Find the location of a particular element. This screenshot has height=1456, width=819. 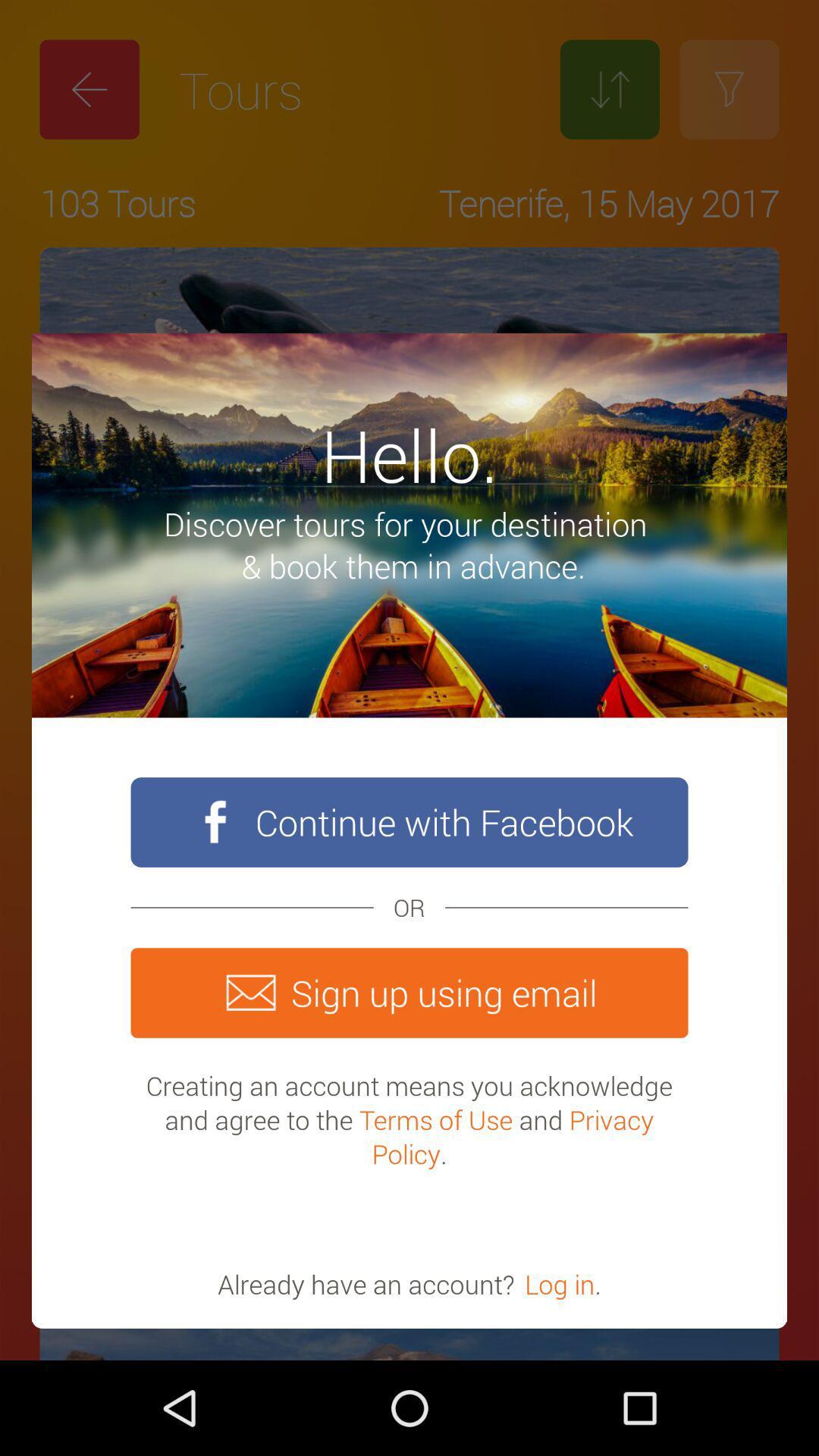

item below creating an account item is located at coordinates (560, 1283).